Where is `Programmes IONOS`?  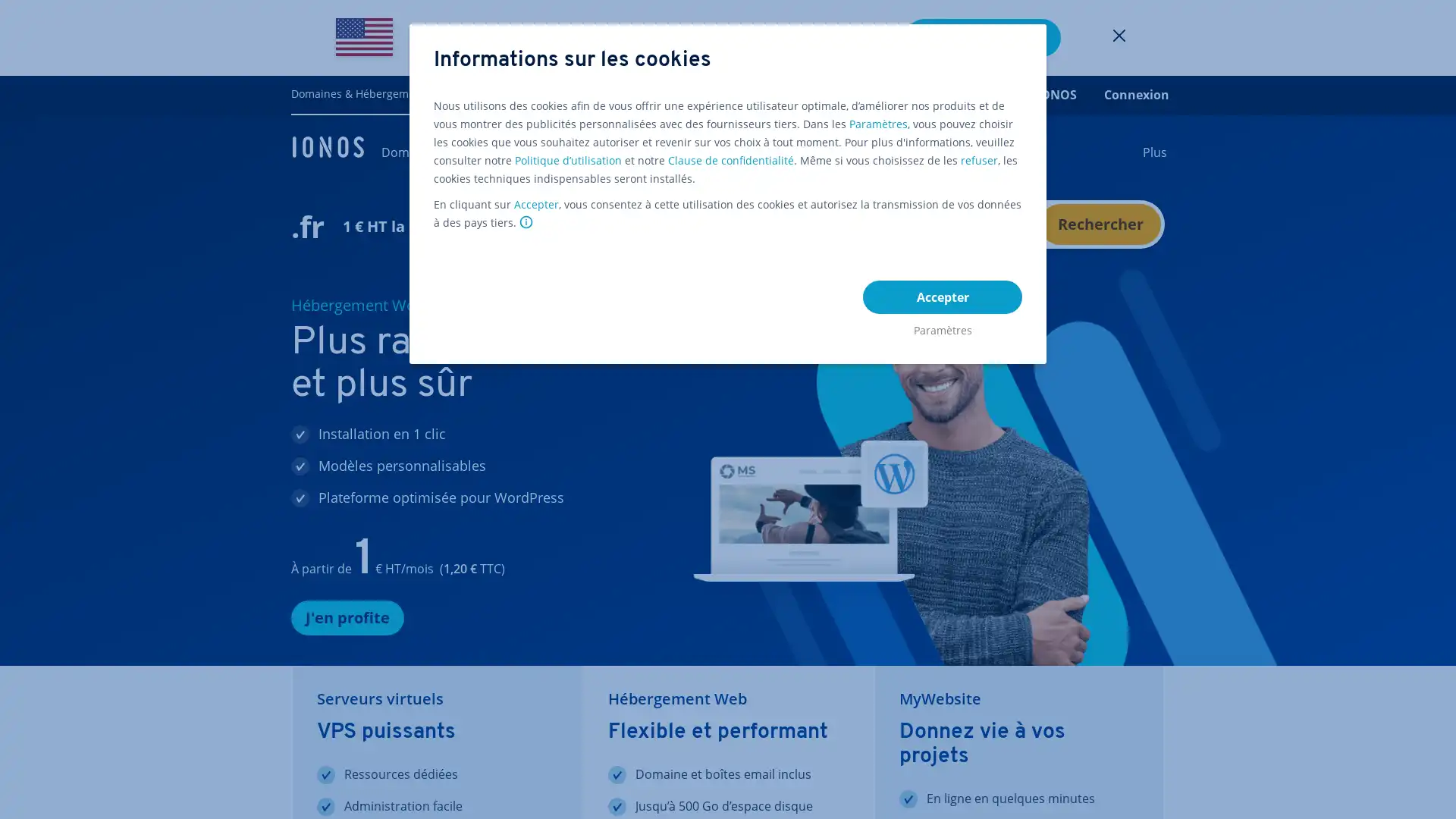
Programmes IONOS is located at coordinates (1016, 94).